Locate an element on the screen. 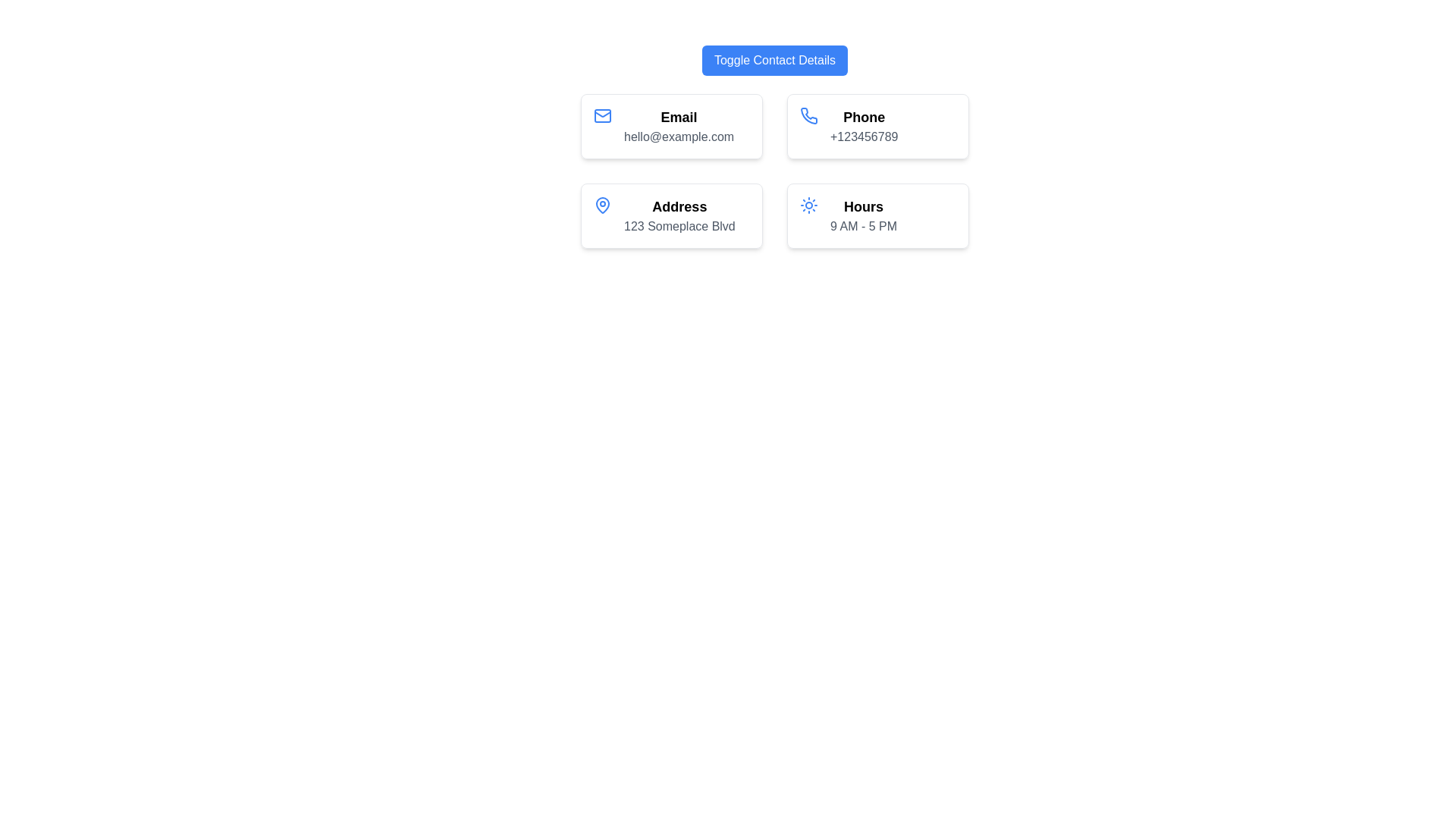  the Informational Display Card that provides information about the hours of operation, located in the second row and second column of the grid layout is located at coordinates (877, 216).